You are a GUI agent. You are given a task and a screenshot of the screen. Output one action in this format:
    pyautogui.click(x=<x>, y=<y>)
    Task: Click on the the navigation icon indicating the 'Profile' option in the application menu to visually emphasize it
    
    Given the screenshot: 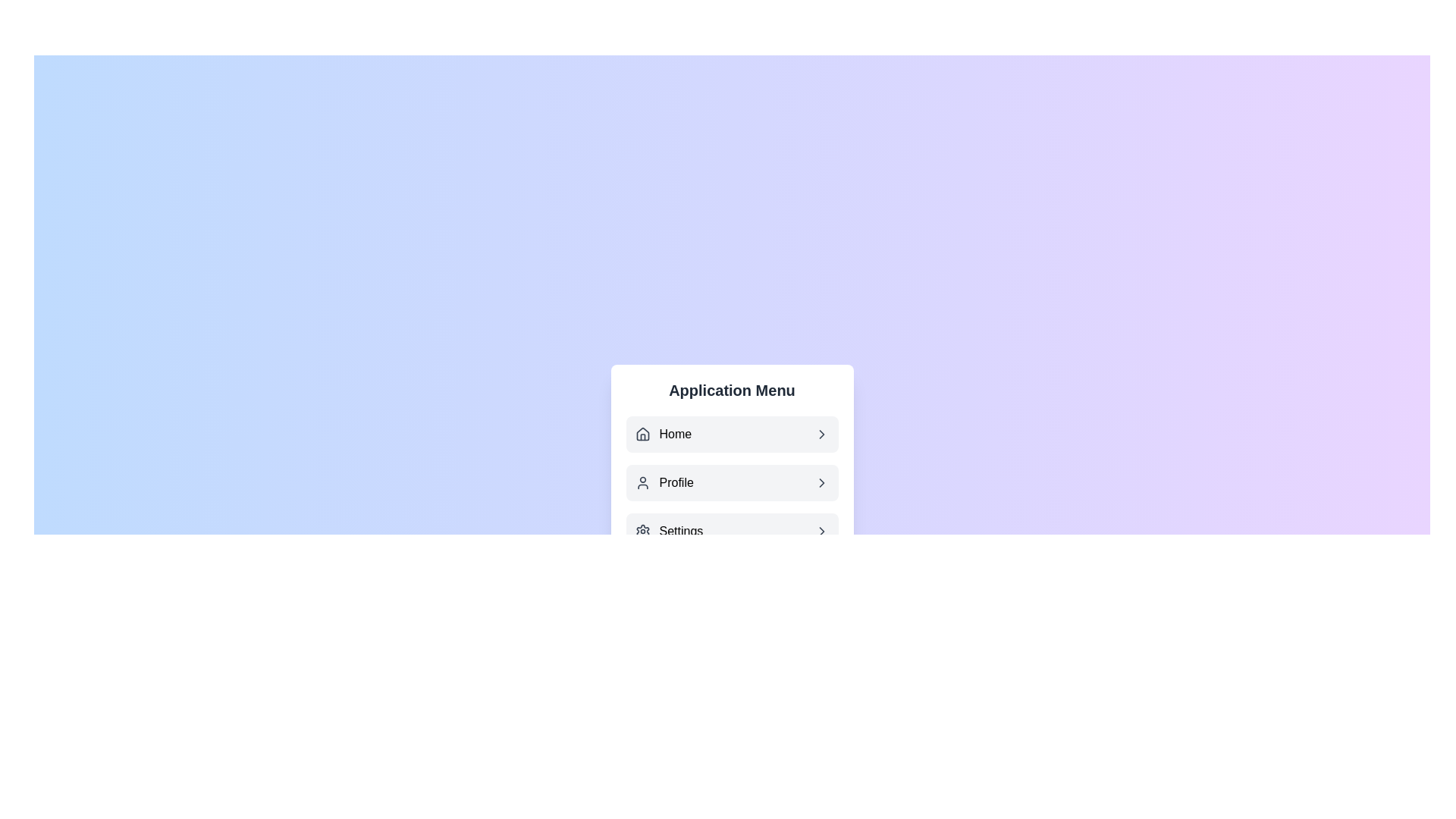 What is the action you would take?
    pyautogui.click(x=821, y=482)
    